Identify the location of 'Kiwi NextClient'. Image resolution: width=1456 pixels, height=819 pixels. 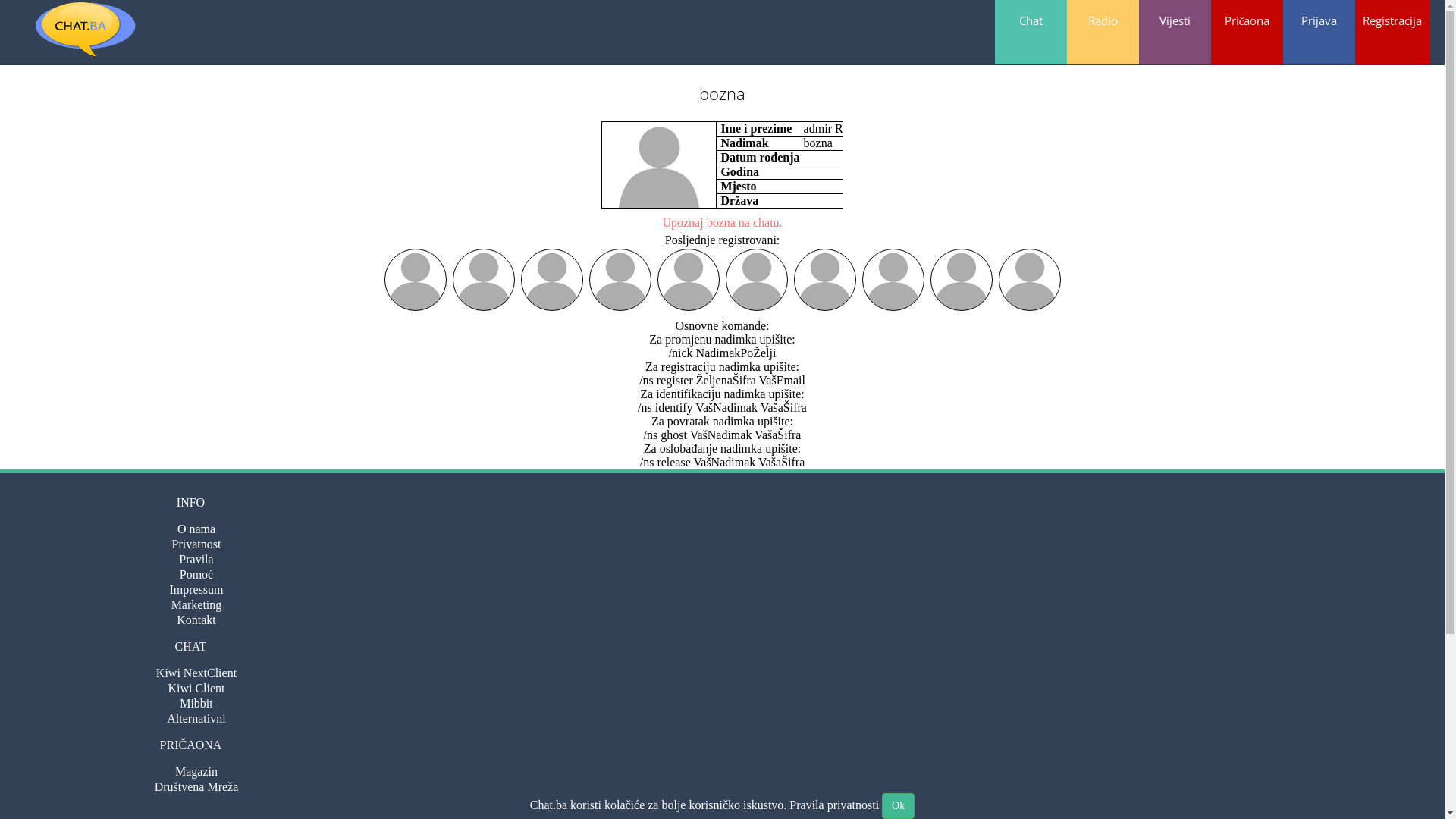
(196, 672).